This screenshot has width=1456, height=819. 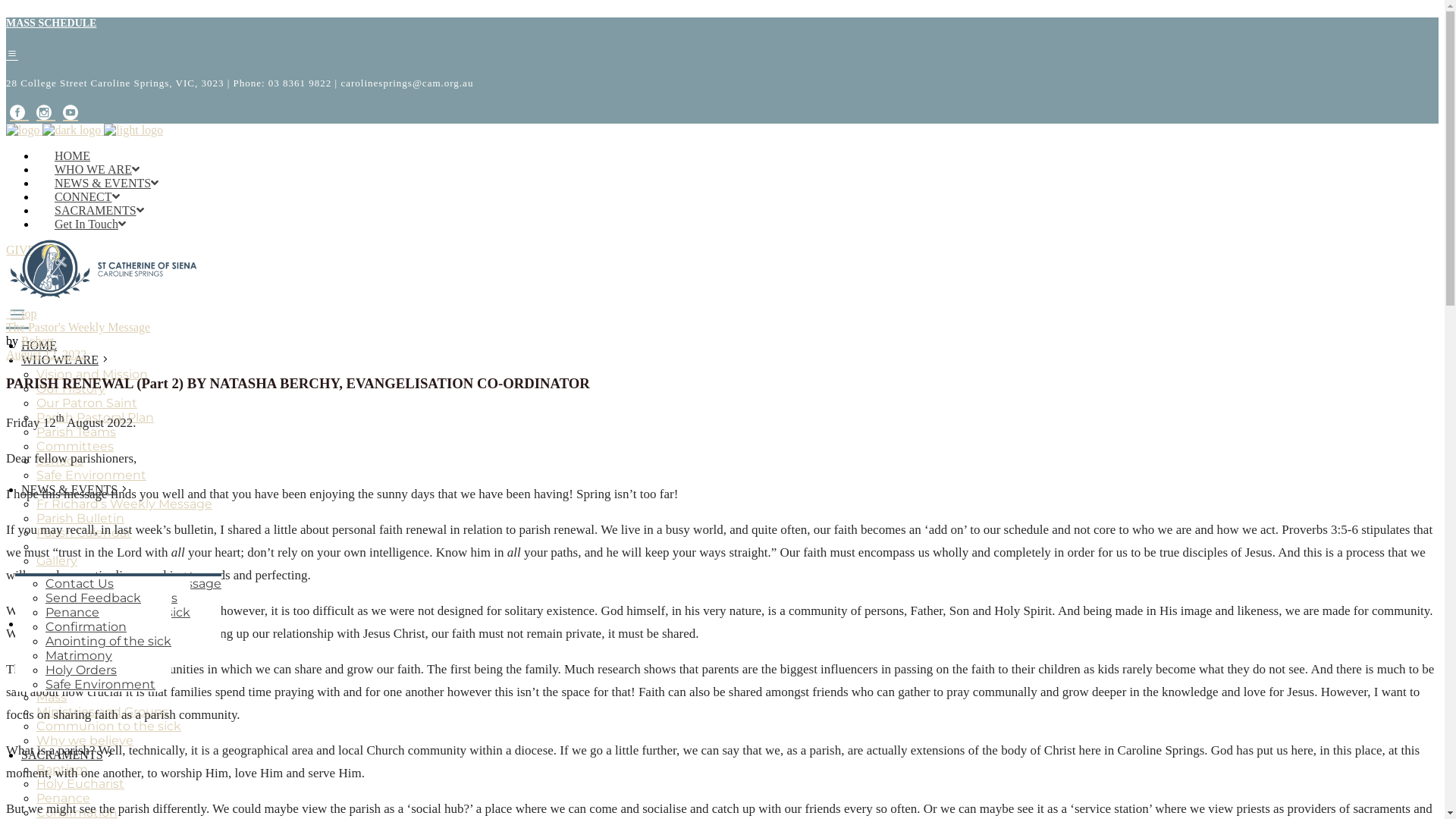 What do you see at coordinates (36, 374) in the screenshot?
I see `'Vision and Mission'` at bounding box center [36, 374].